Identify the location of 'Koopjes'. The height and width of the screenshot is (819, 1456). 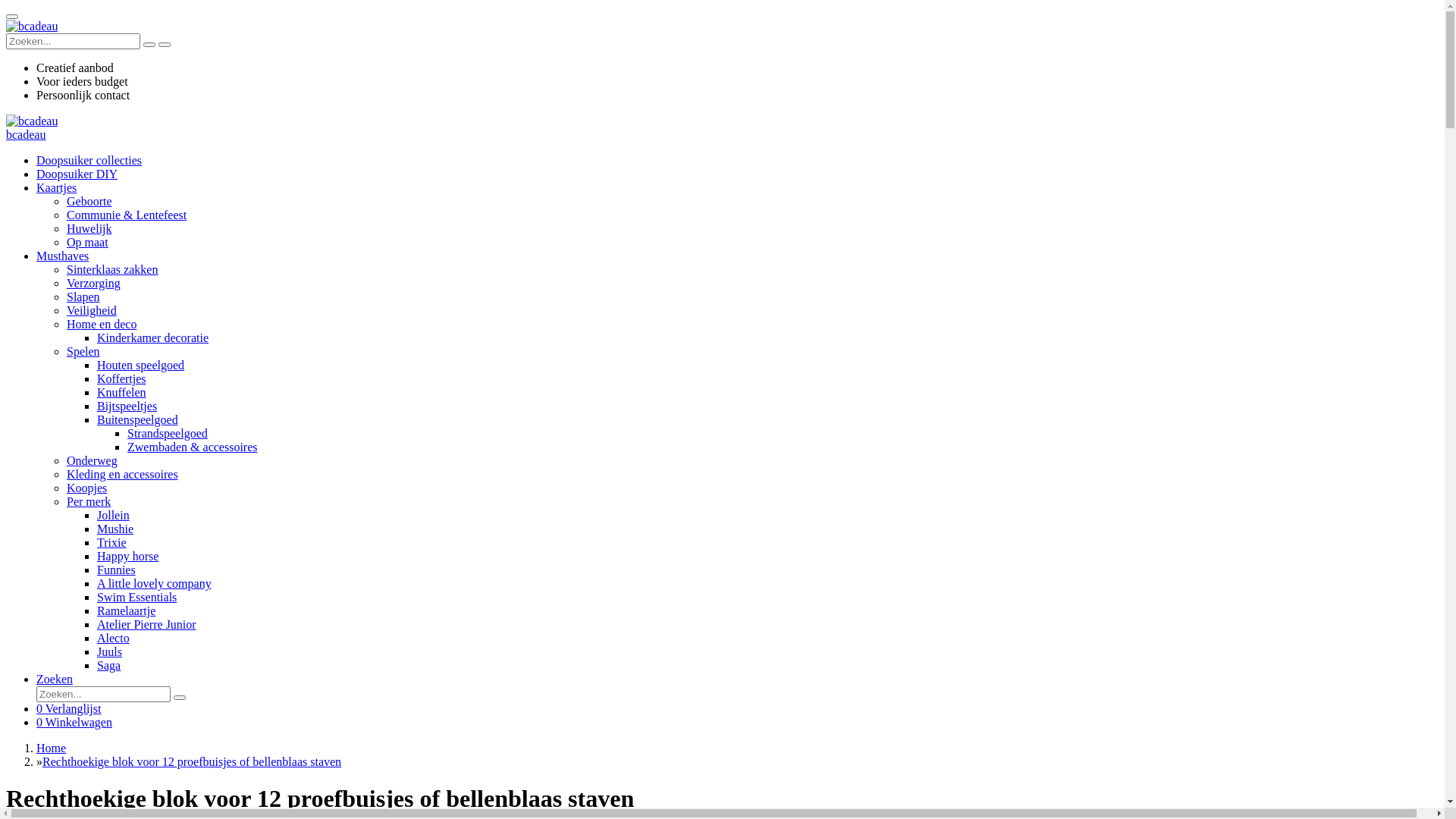
(86, 488).